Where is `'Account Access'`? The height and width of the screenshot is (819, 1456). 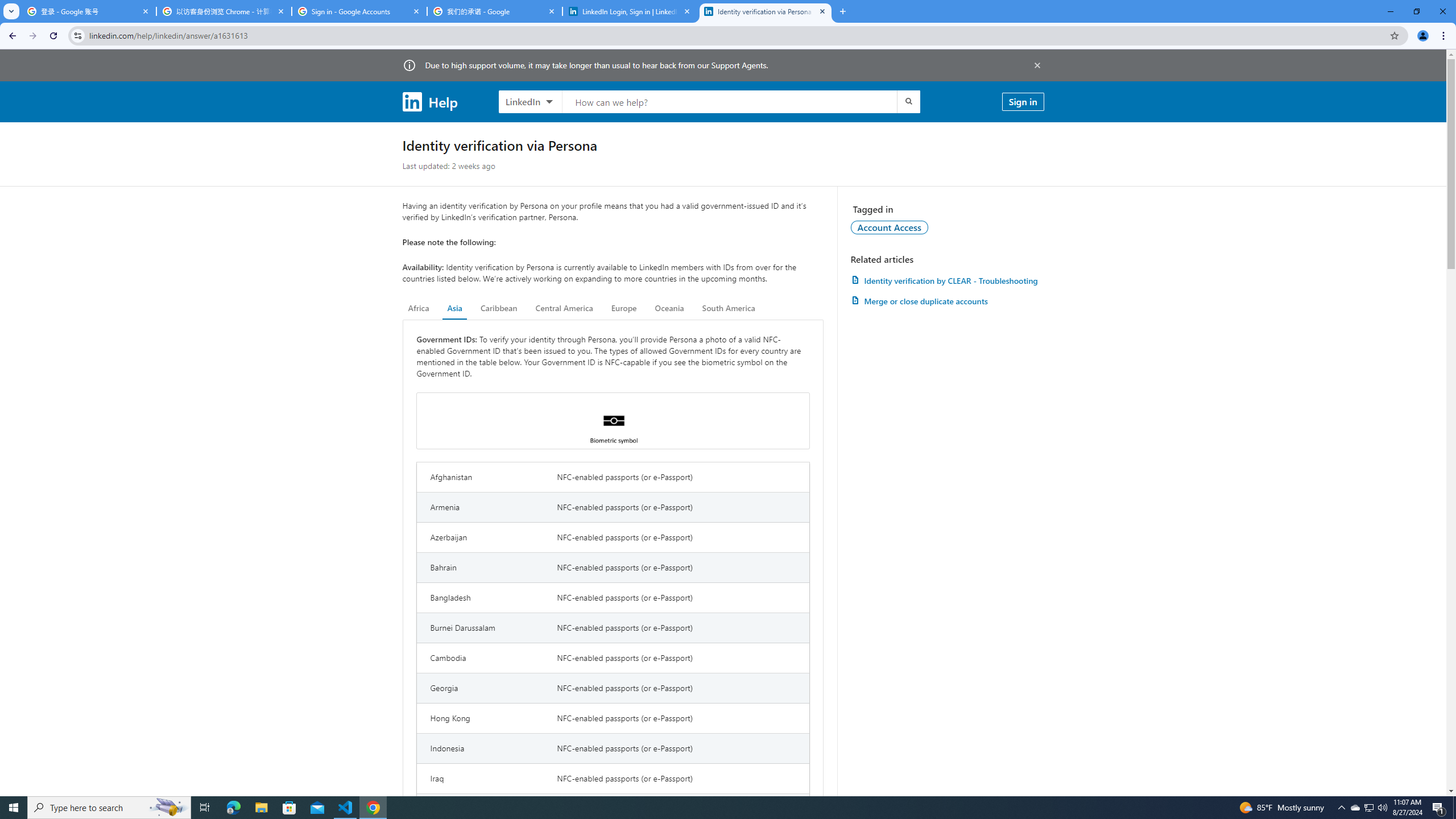
'Account Access' is located at coordinates (890, 226).